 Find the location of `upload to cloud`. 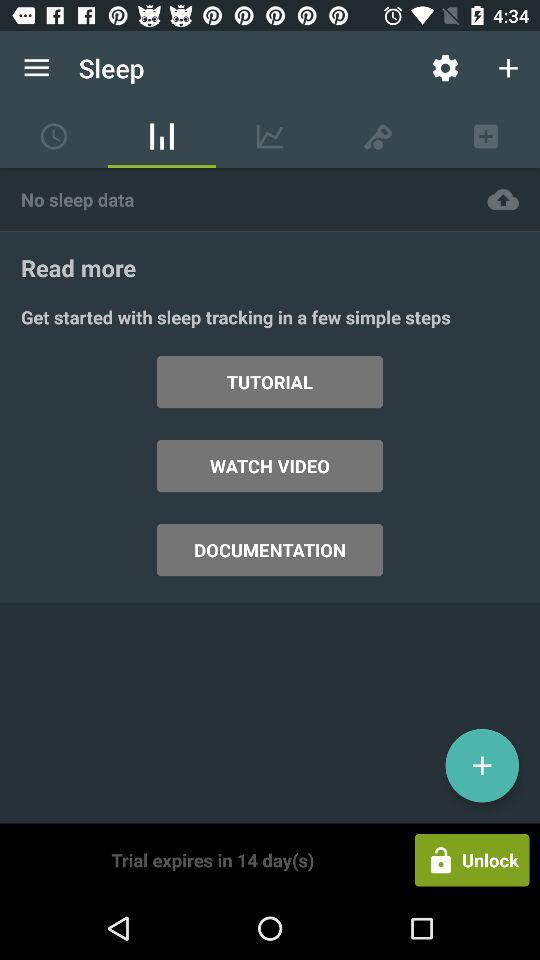

upload to cloud is located at coordinates (502, 199).